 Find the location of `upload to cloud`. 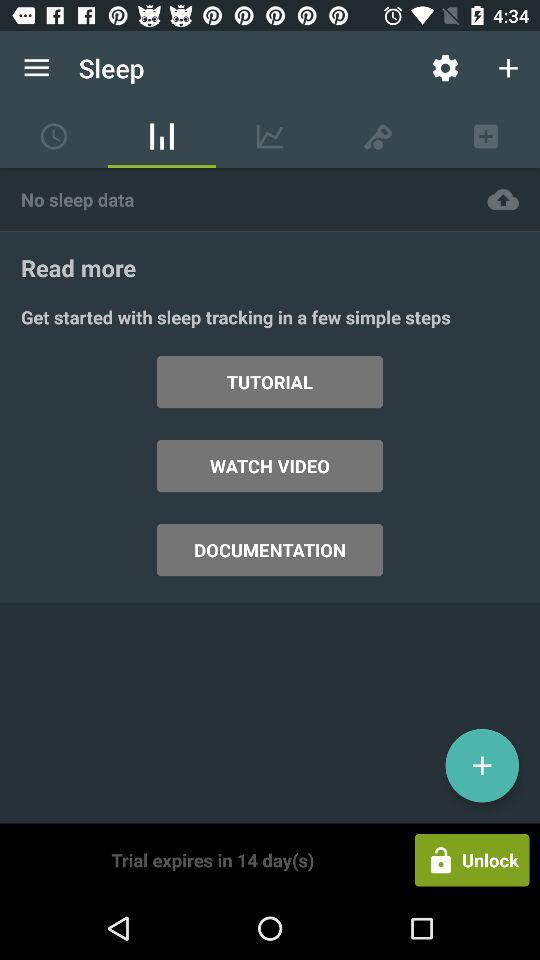

upload to cloud is located at coordinates (502, 199).